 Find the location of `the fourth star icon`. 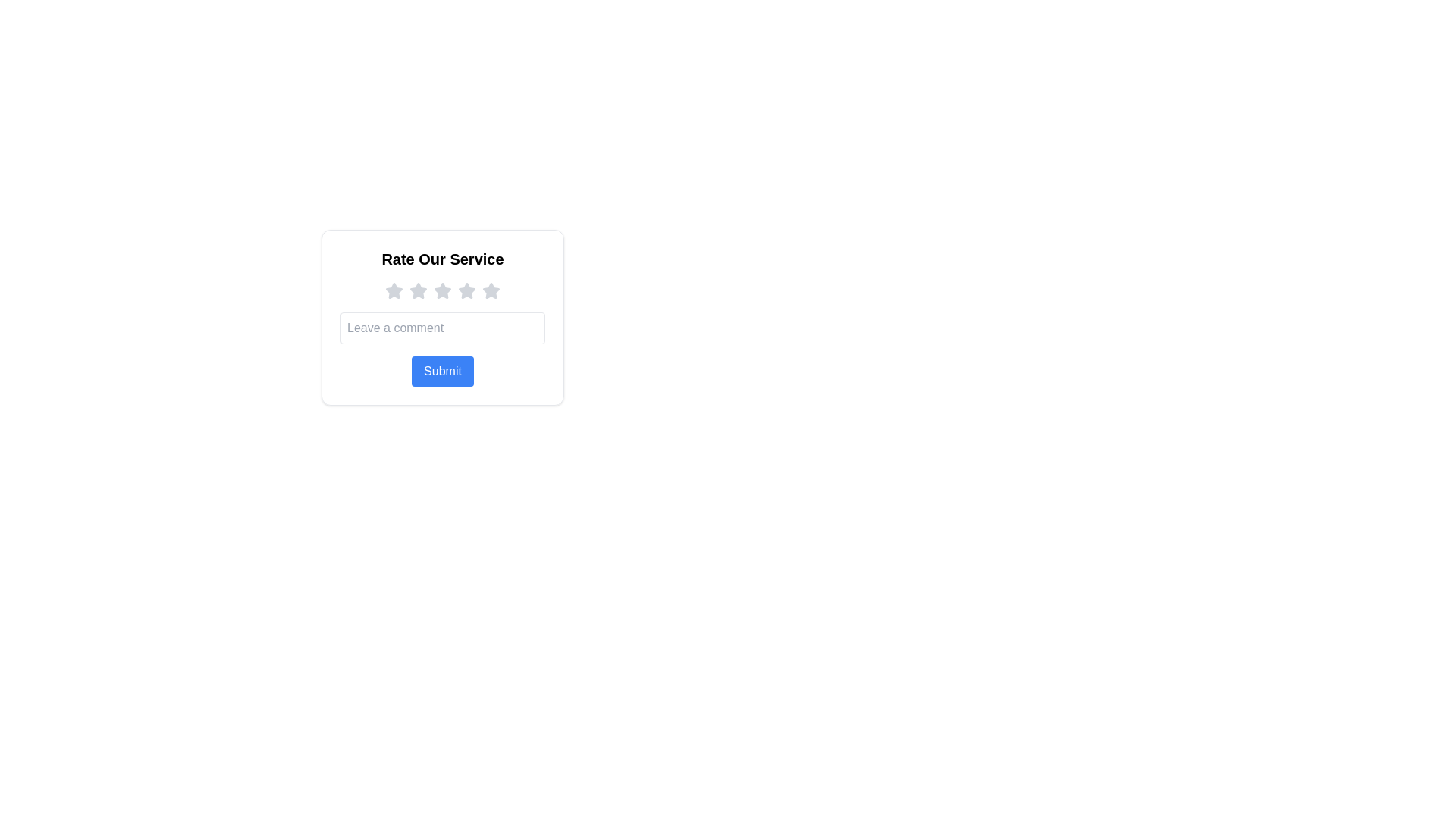

the fourth star icon is located at coordinates (466, 291).